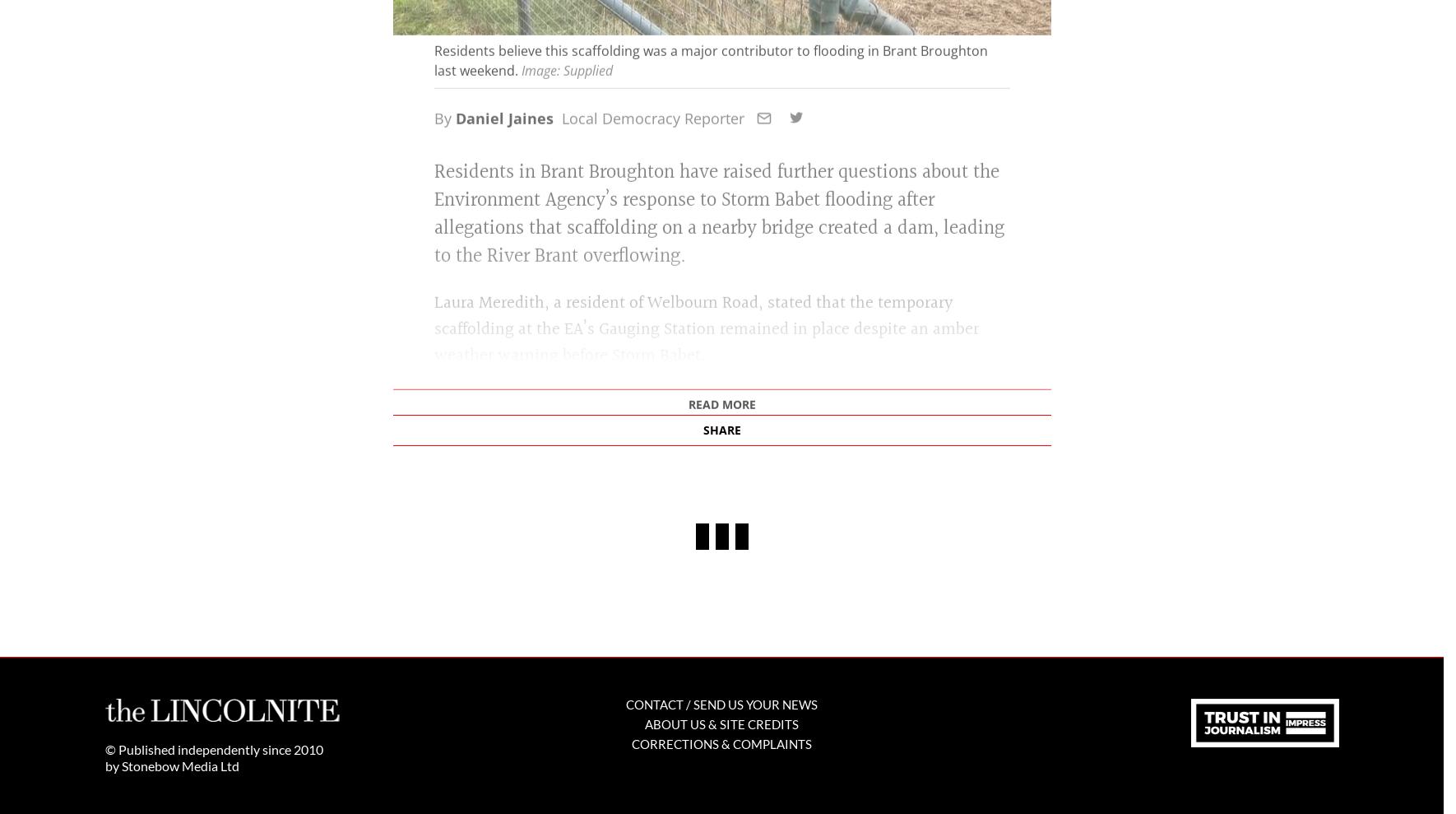  What do you see at coordinates (721, 732) in the screenshot?
I see `'About Us & Site Credits'` at bounding box center [721, 732].